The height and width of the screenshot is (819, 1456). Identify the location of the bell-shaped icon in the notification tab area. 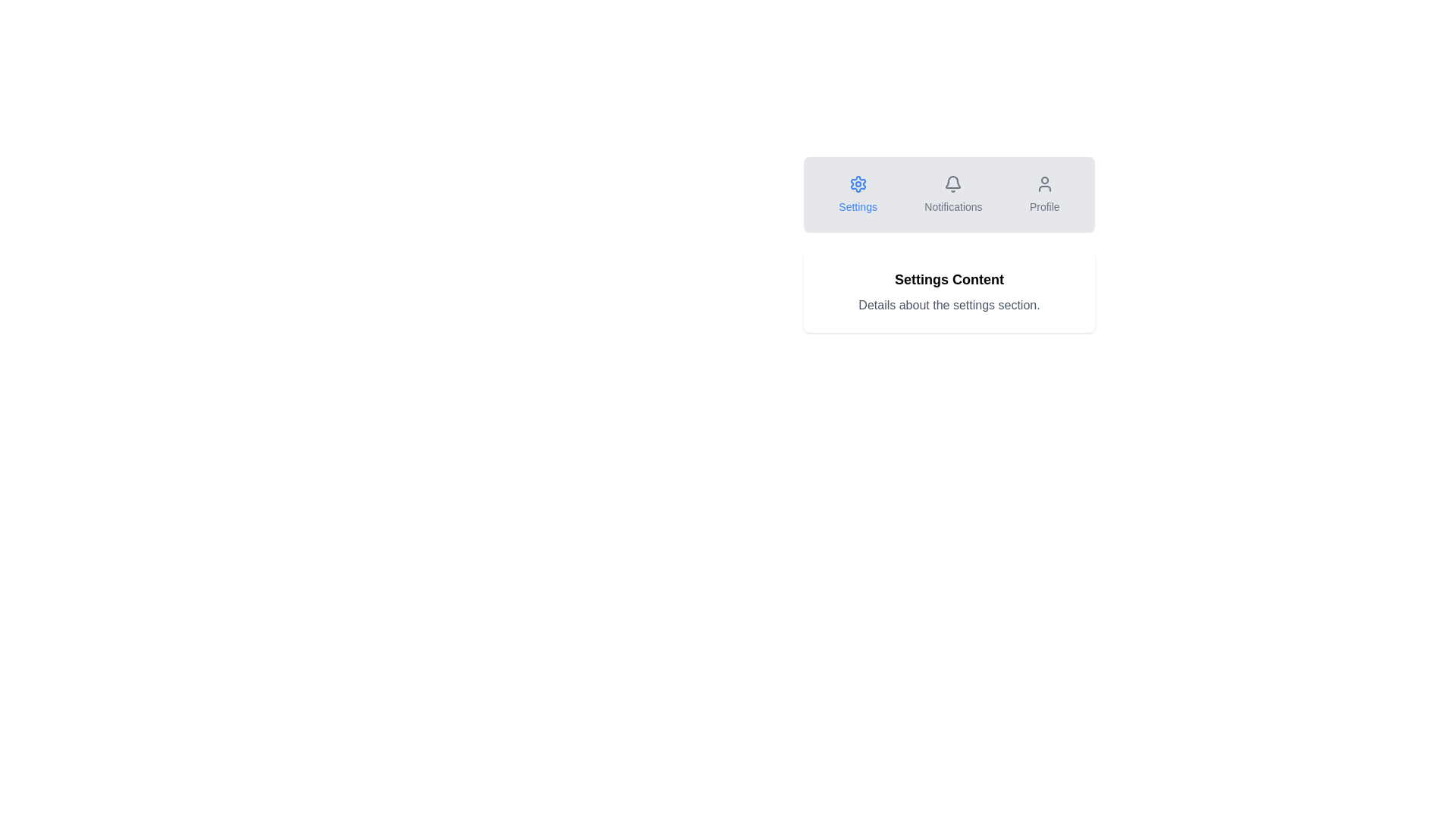
(952, 180).